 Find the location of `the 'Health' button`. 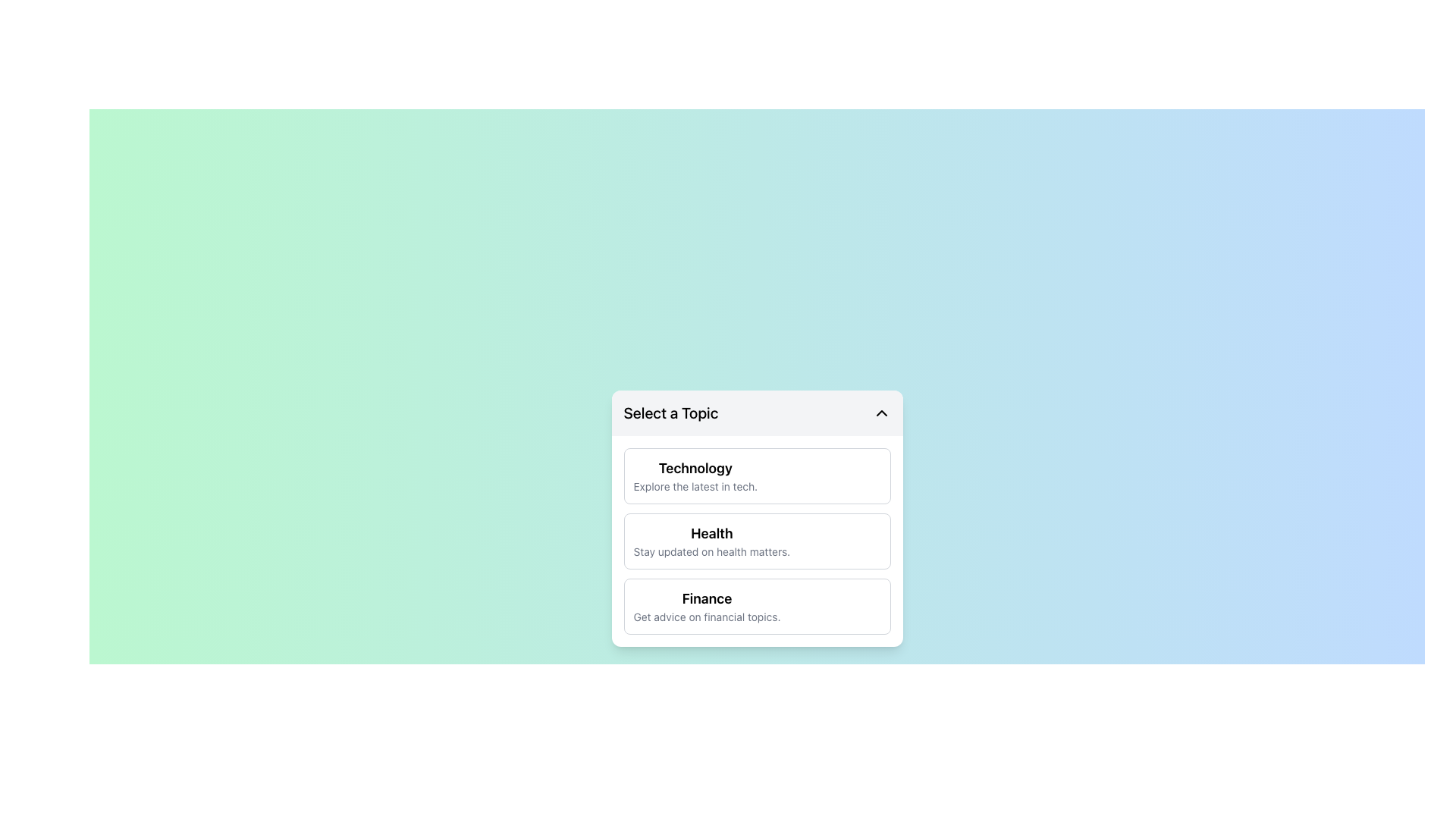

the 'Health' button is located at coordinates (757, 540).